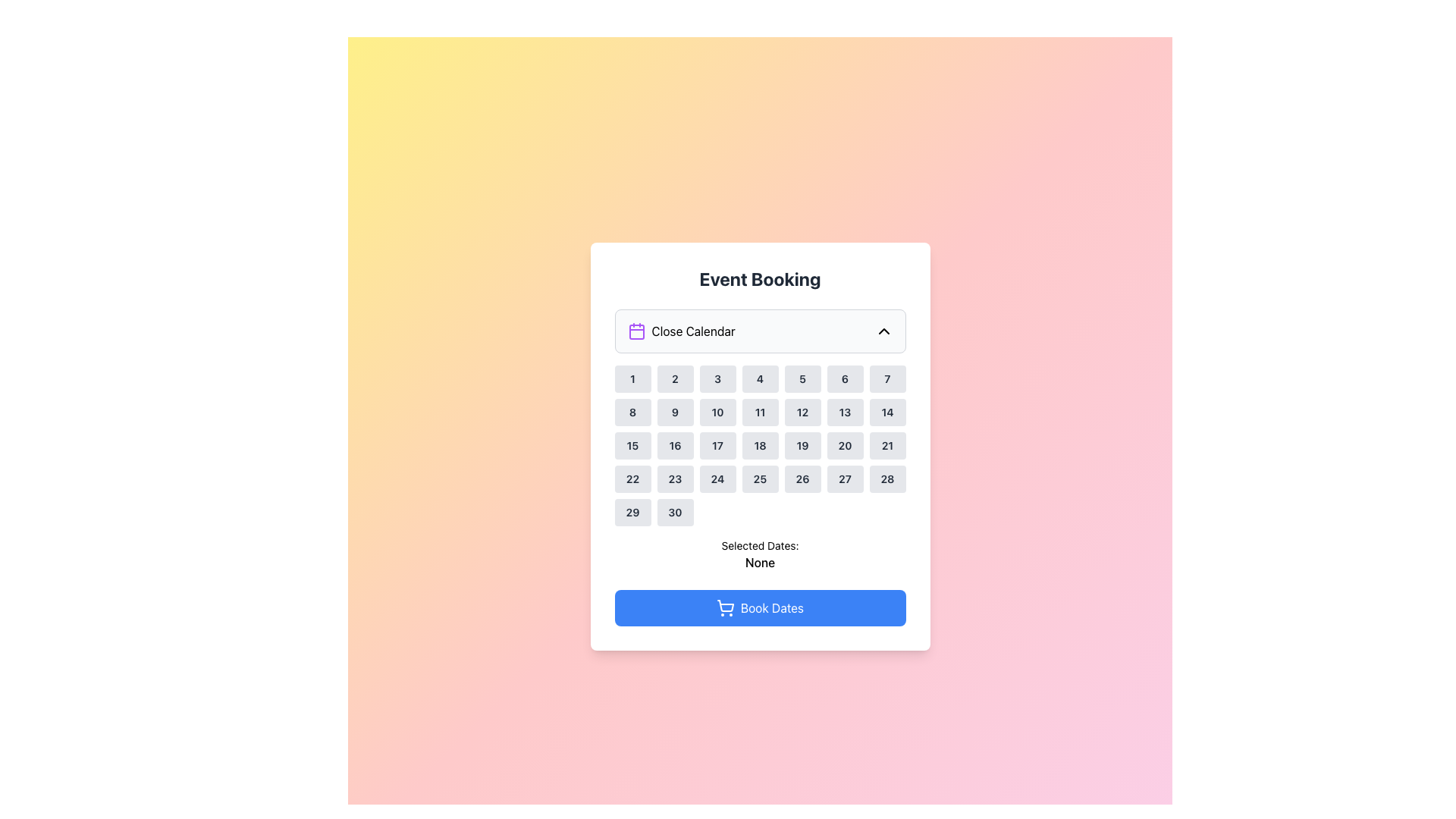  Describe the element at coordinates (724, 607) in the screenshot. I see `the shopping cart icon located within the 'Book Dates' button, which is positioned to the left of the text 'Book Dates'` at that location.